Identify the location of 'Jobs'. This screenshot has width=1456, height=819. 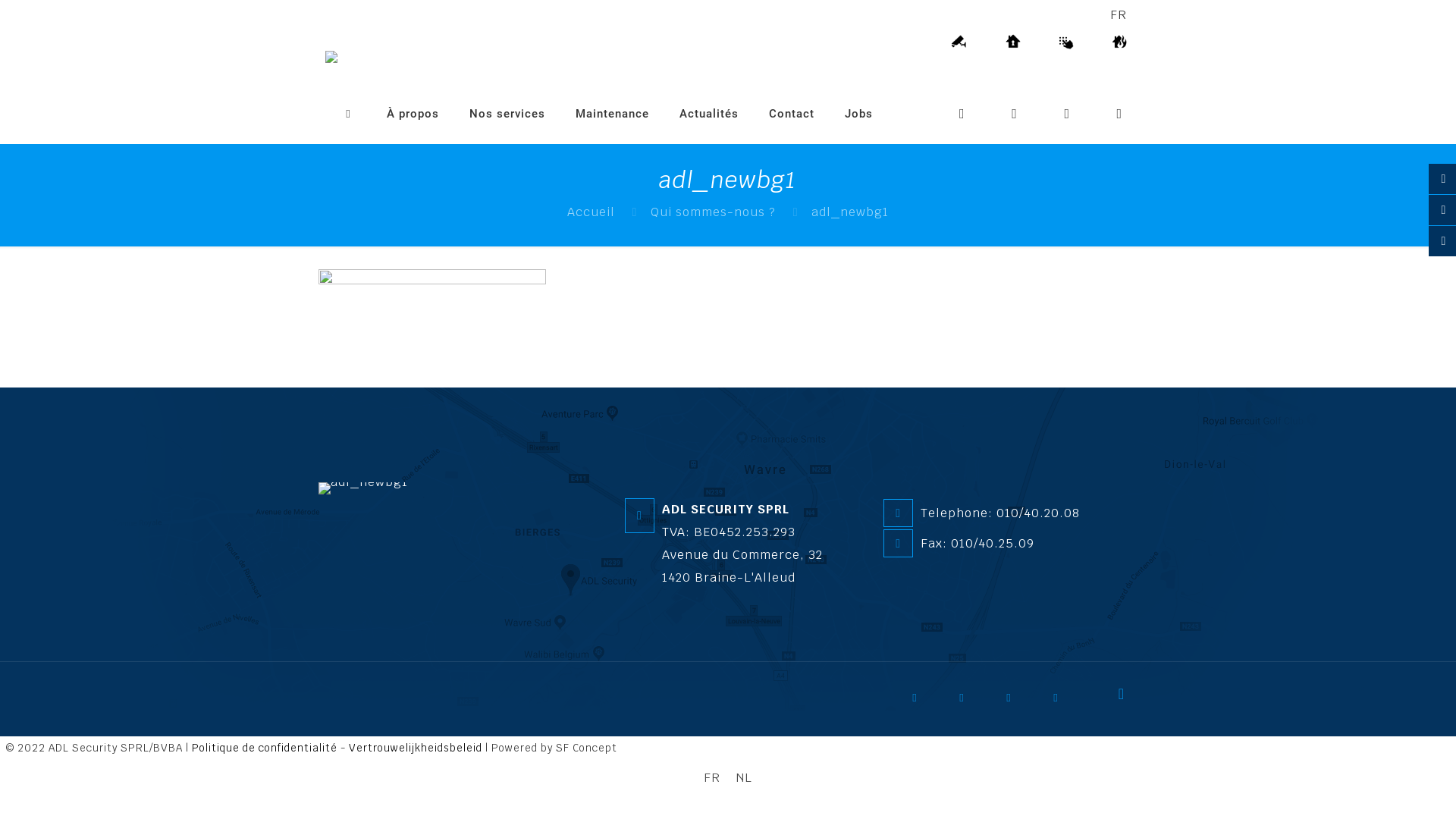
(829, 113).